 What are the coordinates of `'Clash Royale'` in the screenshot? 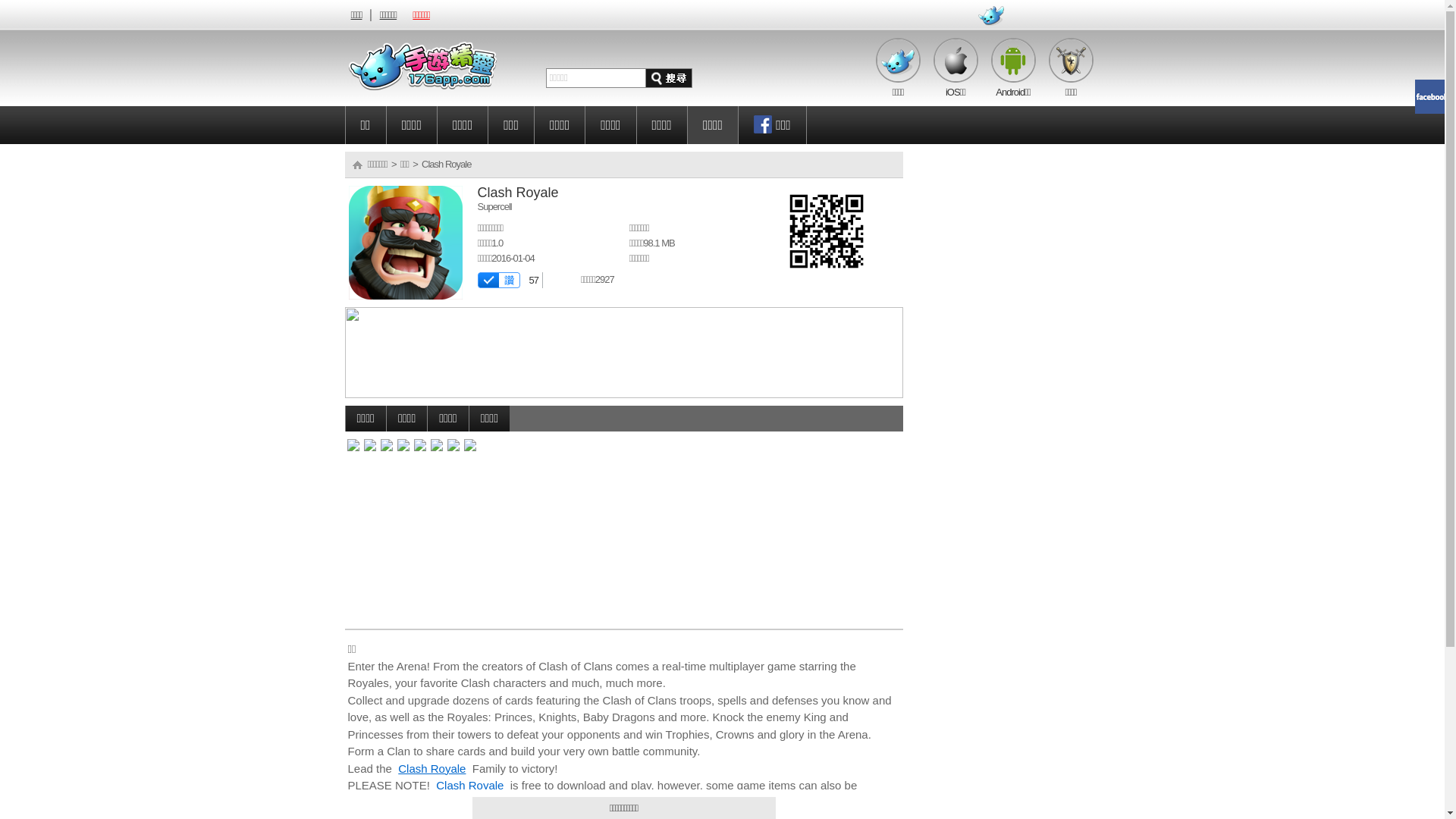 It's located at (469, 785).